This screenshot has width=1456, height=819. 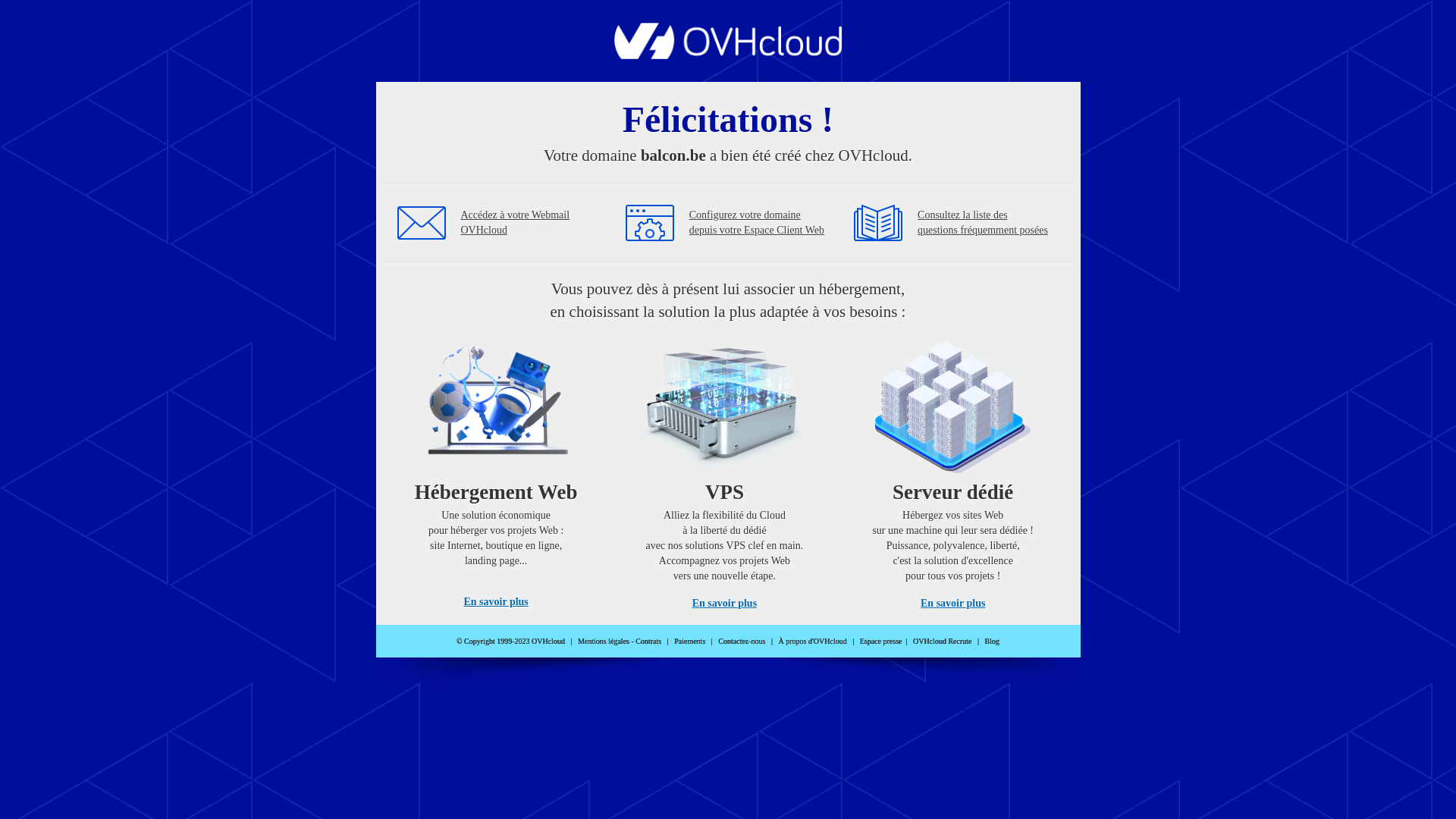 What do you see at coordinates (952, 602) in the screenshot?
I see `'En savoir plus'` at bounding box center [952, 602].